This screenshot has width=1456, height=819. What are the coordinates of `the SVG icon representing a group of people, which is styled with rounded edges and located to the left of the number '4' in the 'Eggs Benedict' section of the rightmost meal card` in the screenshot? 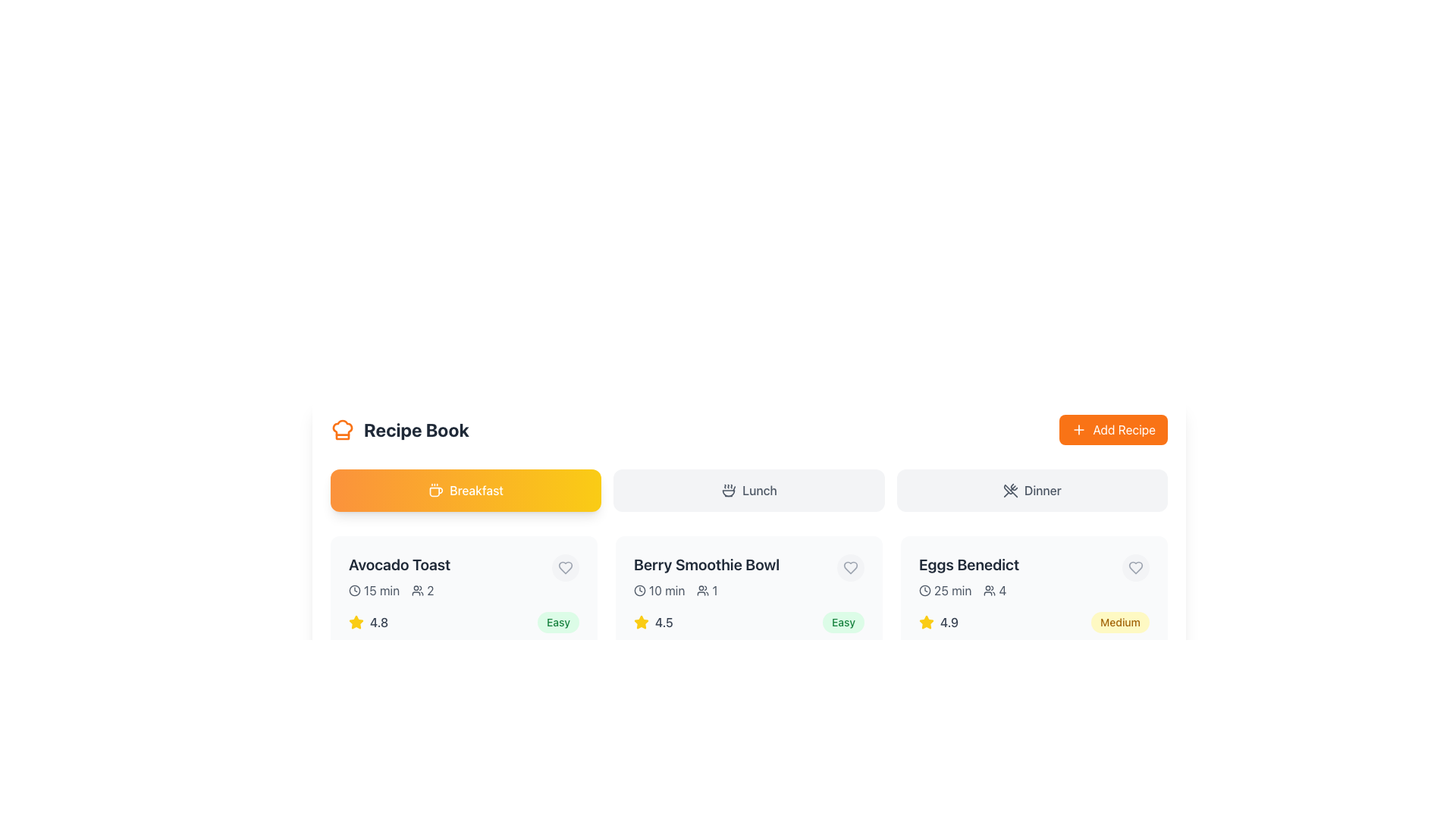 It's located at (990, 590).